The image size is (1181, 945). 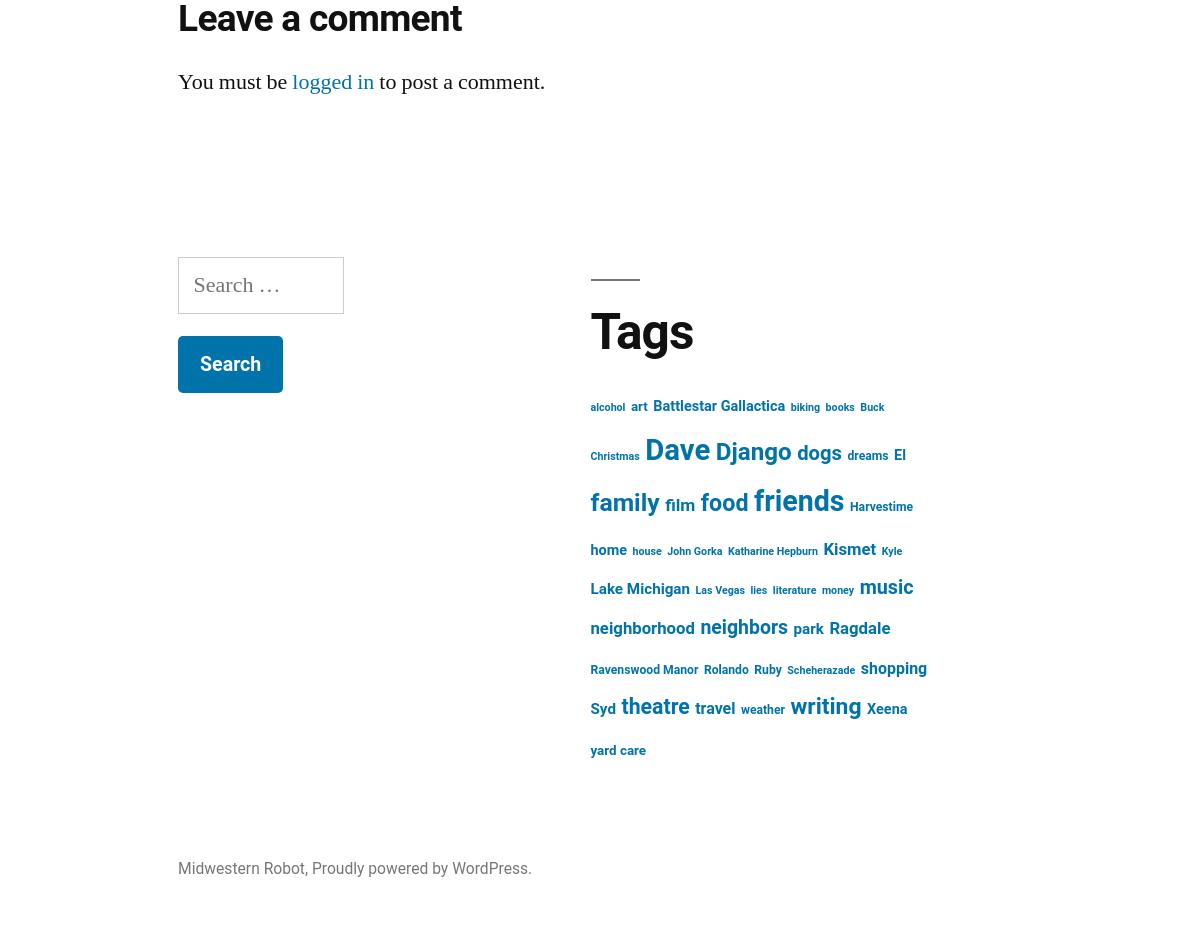 I want to click on 'to post a comment.', so click(x=459, y=81).